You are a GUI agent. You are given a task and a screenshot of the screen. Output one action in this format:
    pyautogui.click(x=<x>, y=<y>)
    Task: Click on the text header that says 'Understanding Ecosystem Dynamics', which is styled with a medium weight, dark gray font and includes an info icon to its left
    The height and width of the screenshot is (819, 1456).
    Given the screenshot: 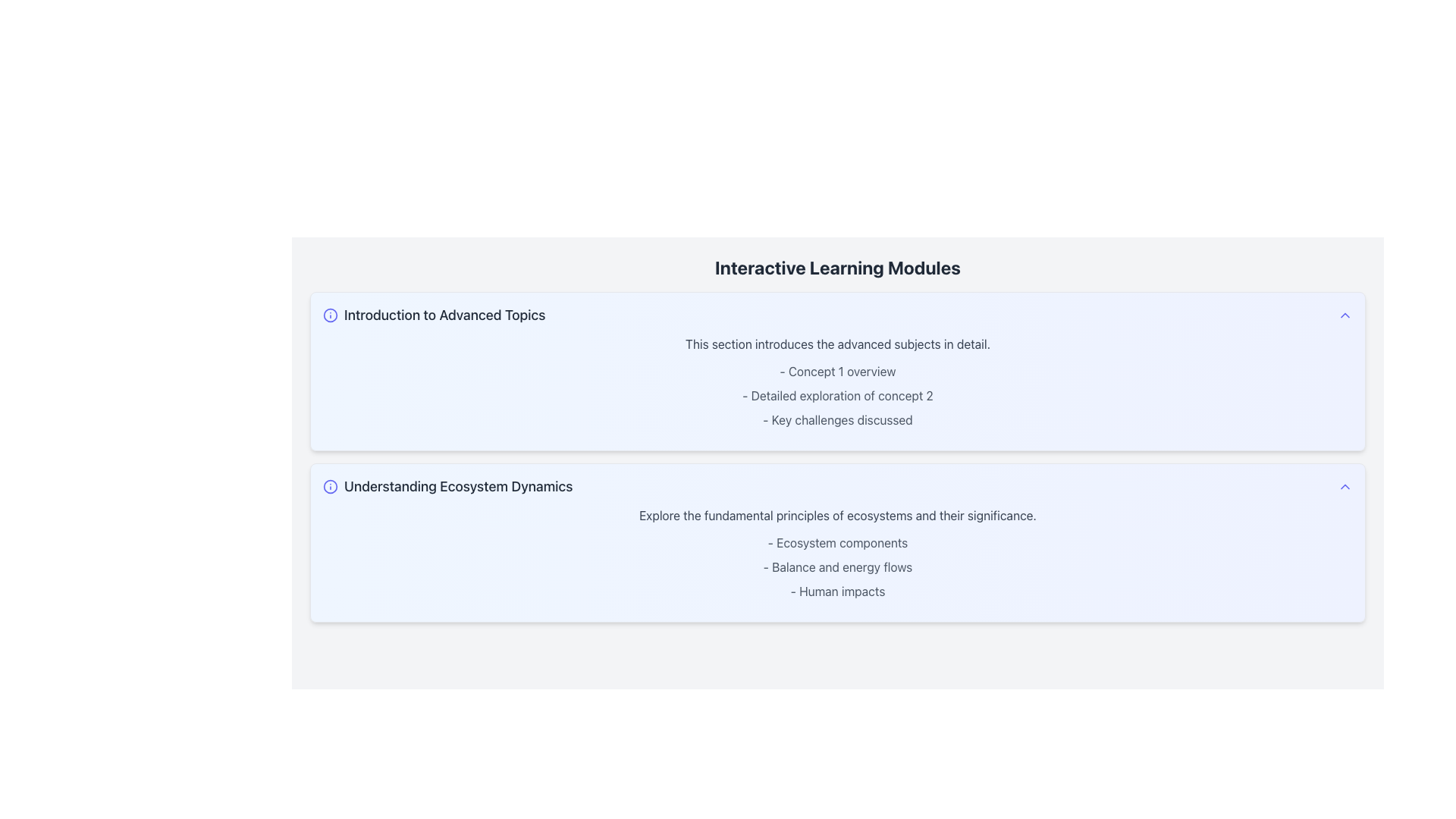 What is the action you would take?
    pyautogui.click(x=447, y=486)
    